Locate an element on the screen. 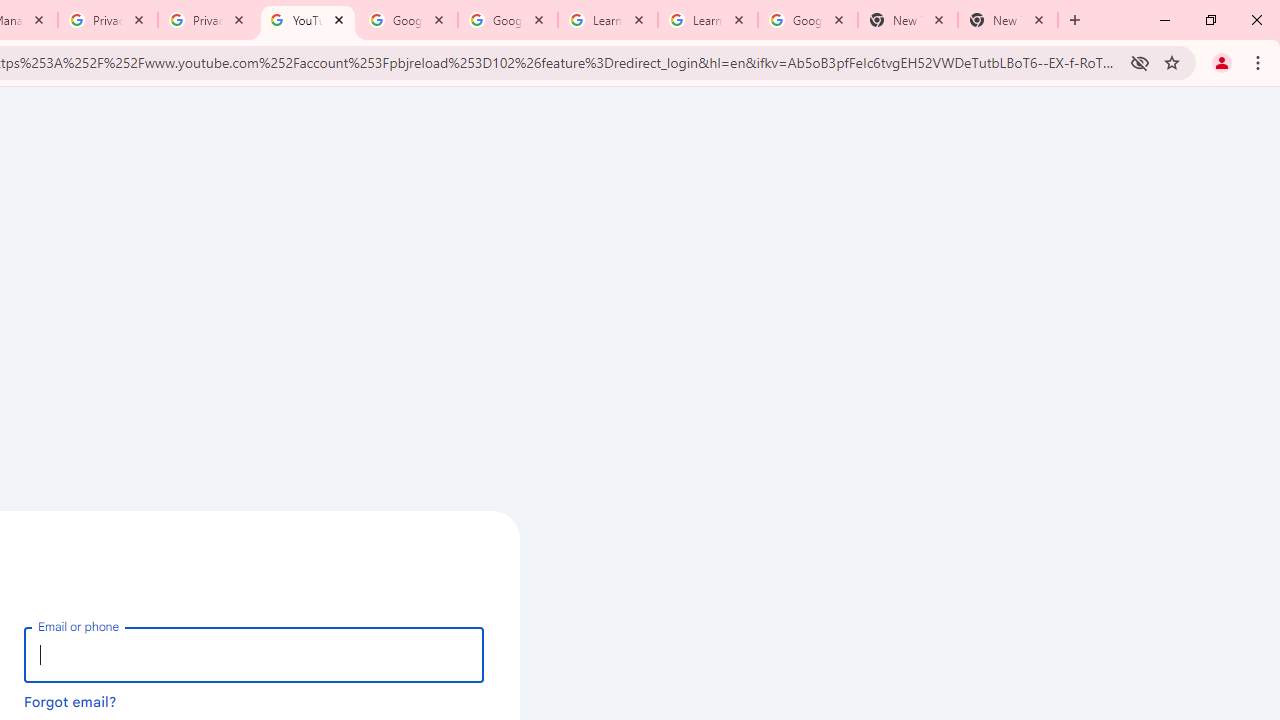 The height and width of the screenshot is (720, 1280). 'Google Account Help' is located at coordinates (508, 20).